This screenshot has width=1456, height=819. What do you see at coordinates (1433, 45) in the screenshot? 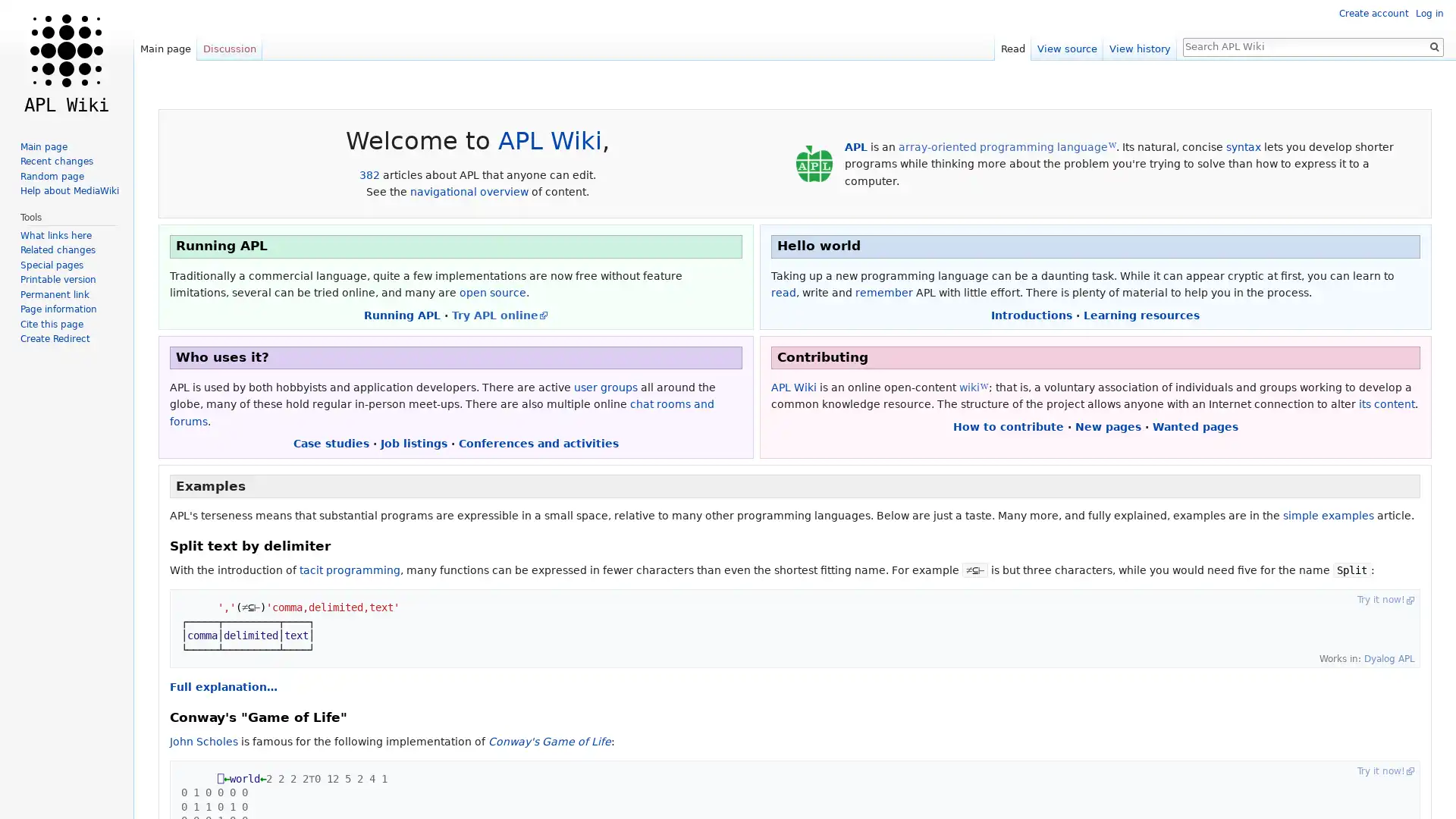
I see `Go` at bounding box center [1433, 45].